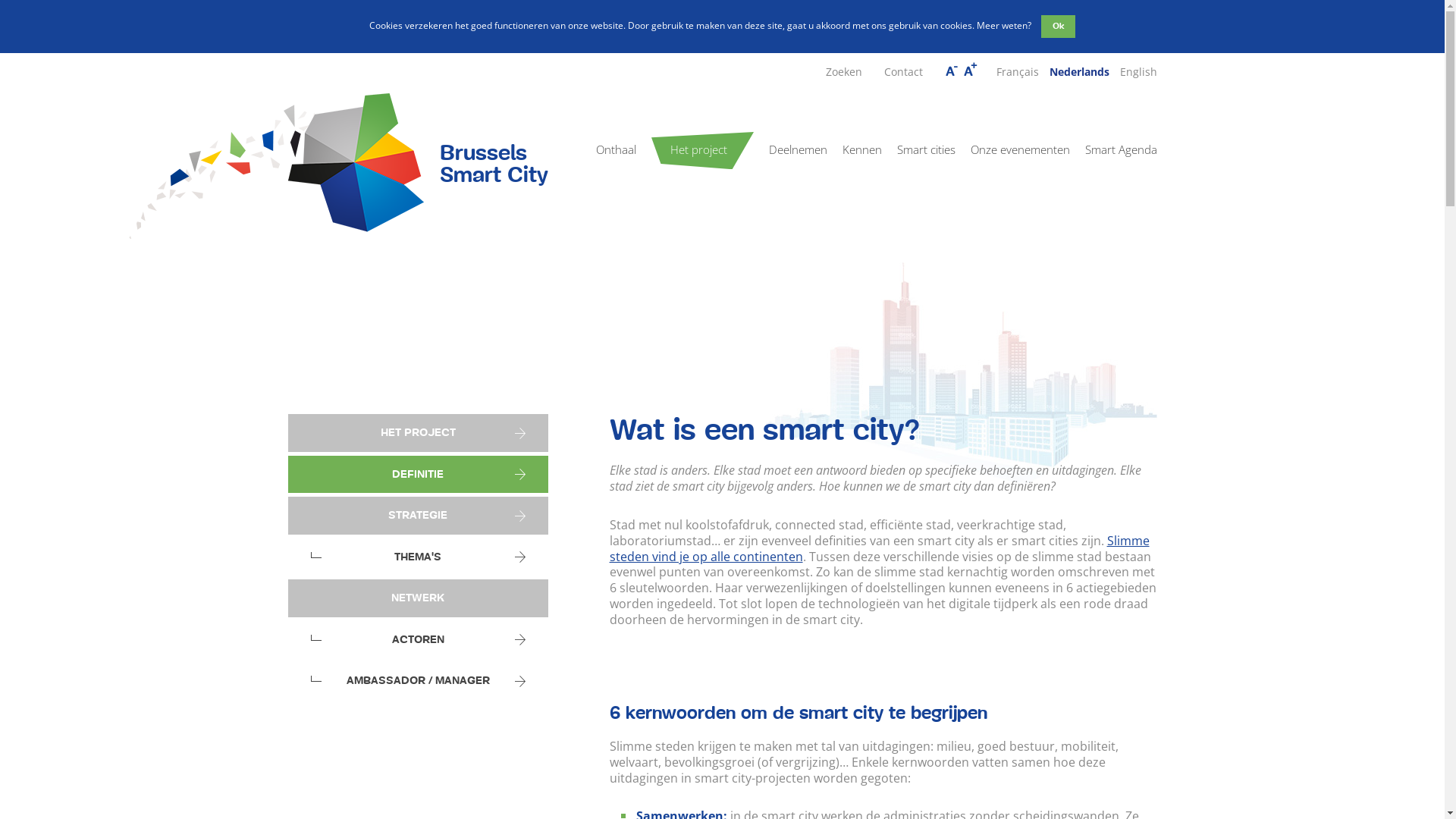 This screenshot has width=1456, height=819. I want to click on 'Contact', so click(903, 71).